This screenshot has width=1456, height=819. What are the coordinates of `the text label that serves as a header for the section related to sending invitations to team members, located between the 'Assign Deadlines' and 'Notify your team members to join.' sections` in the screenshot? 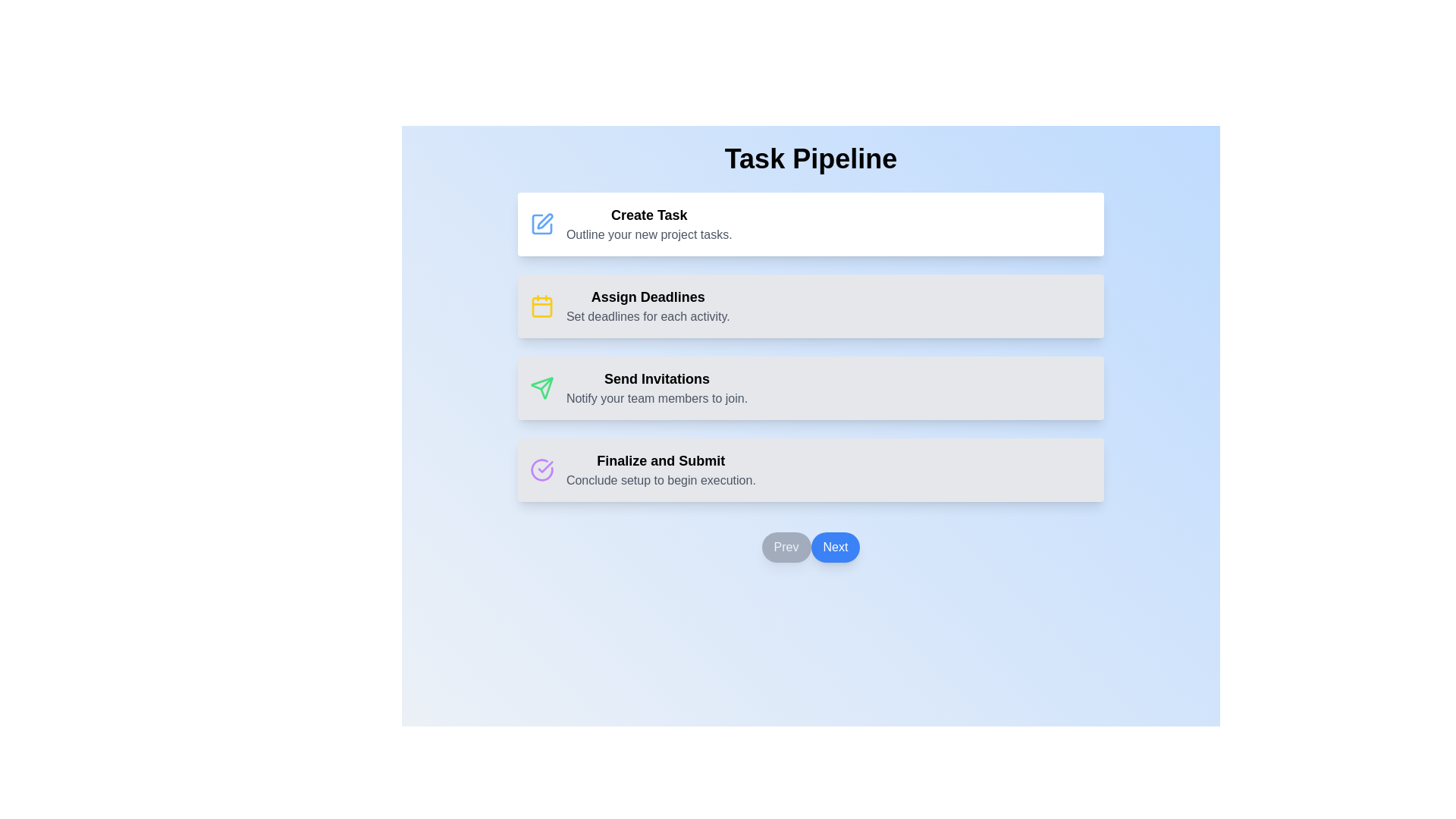 It's located at (657, 378).